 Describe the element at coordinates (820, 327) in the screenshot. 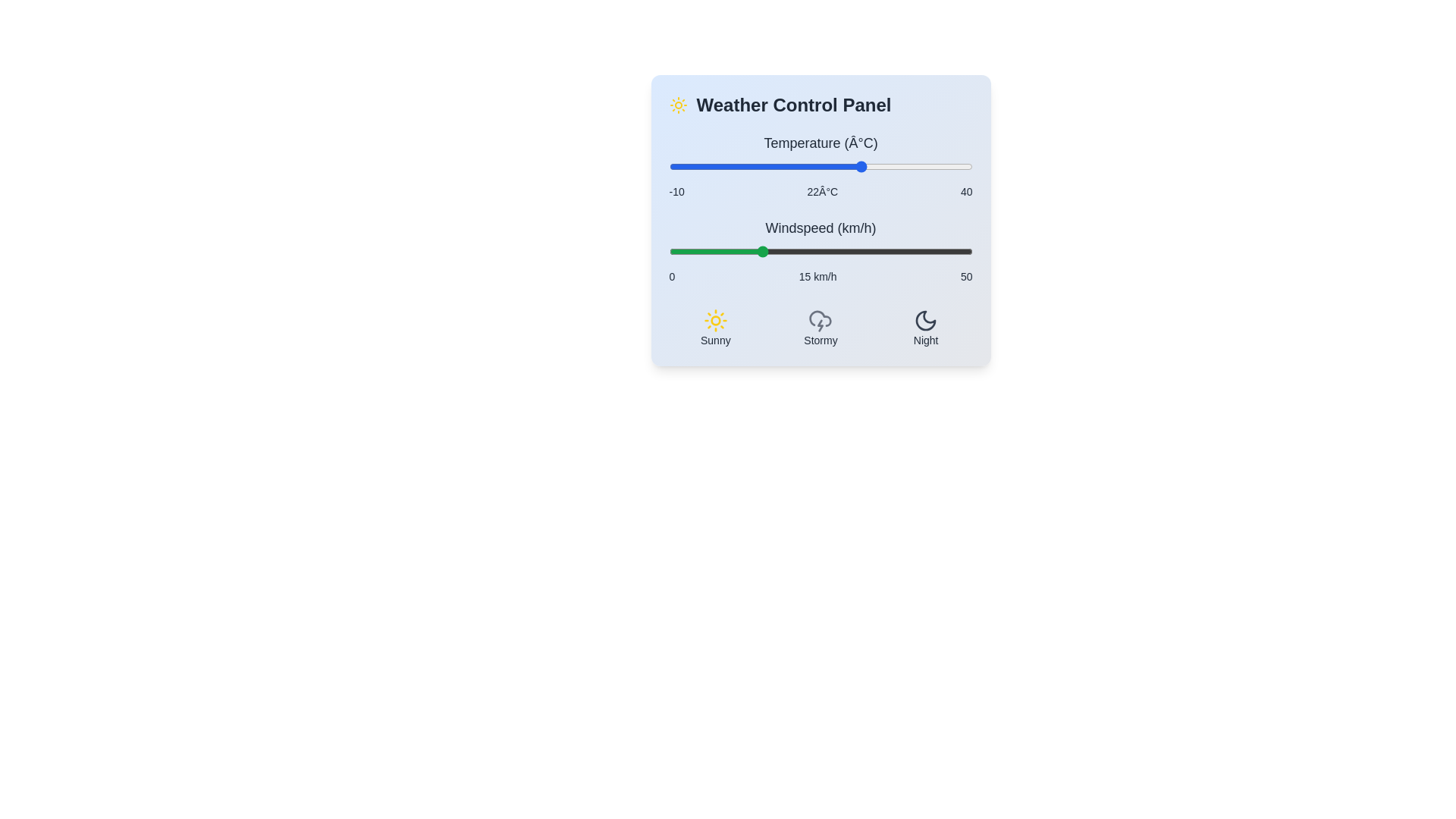

I see `the 'Stormy' weather condition option in the weather settings interface` at that location.